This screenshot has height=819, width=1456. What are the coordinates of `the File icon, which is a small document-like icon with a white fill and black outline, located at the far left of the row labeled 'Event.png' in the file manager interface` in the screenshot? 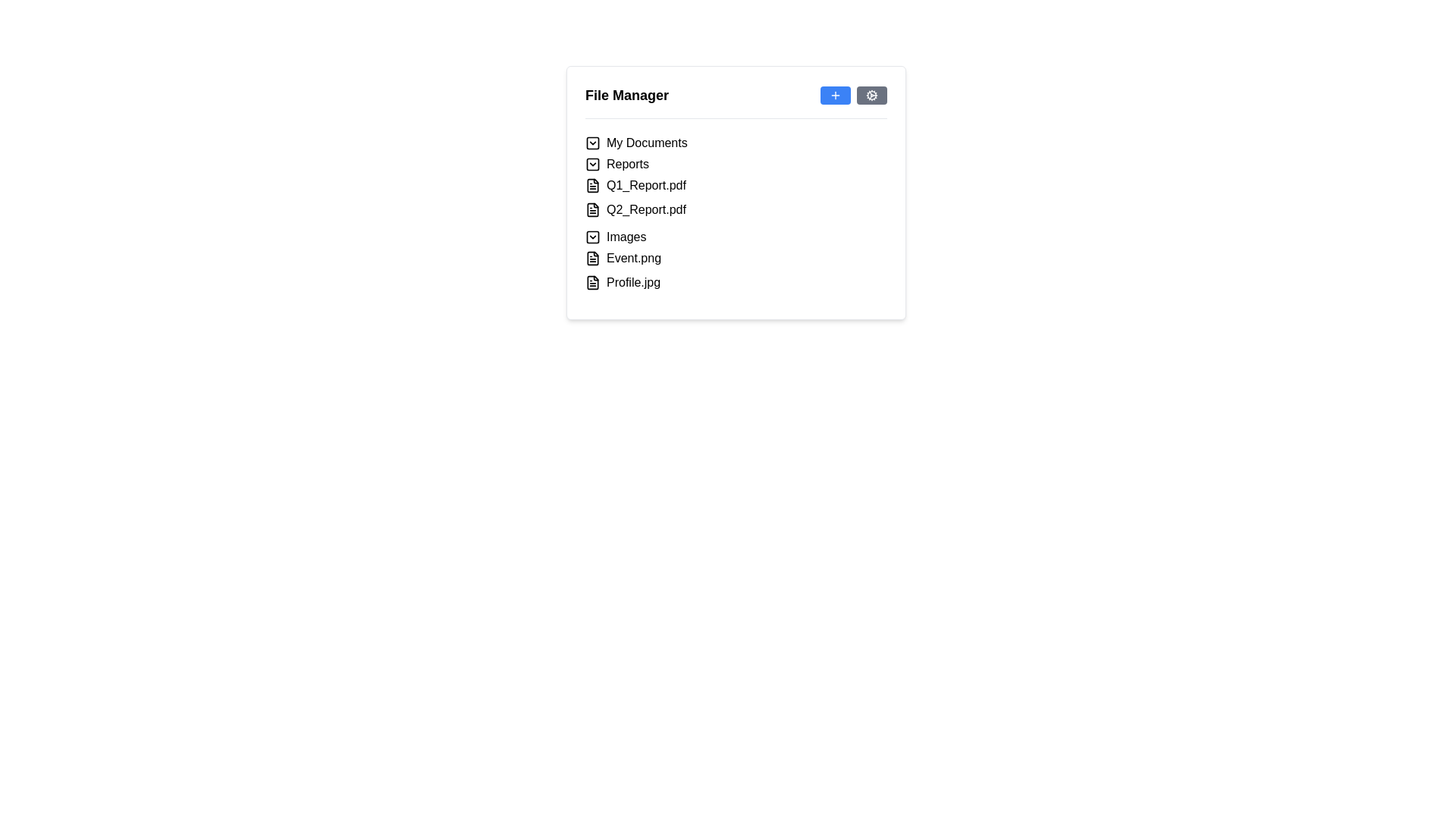 It's located at (592, 257).